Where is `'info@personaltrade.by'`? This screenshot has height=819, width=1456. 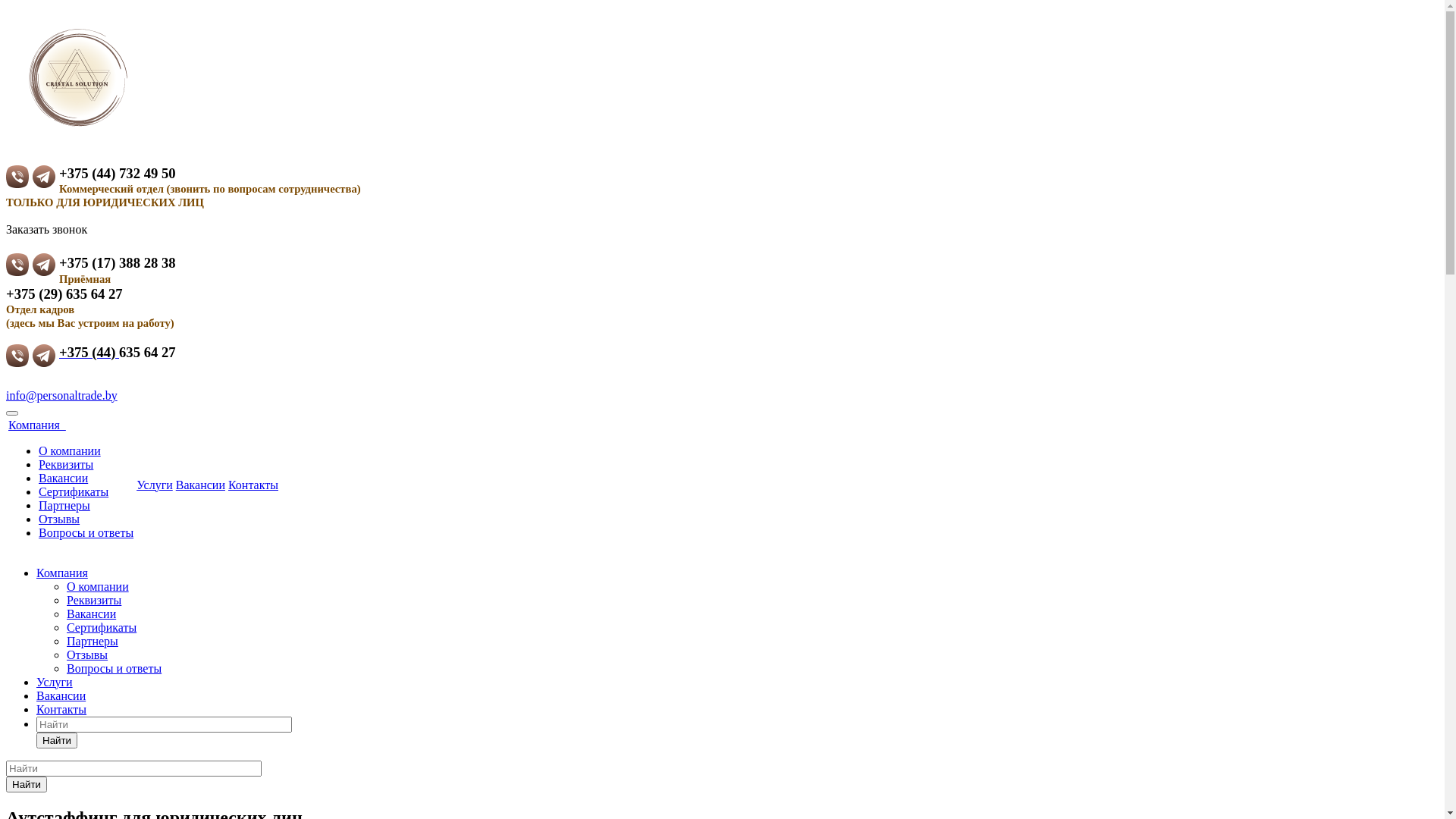
'info@personaltrade.by' is located at coordinates (61, 394).